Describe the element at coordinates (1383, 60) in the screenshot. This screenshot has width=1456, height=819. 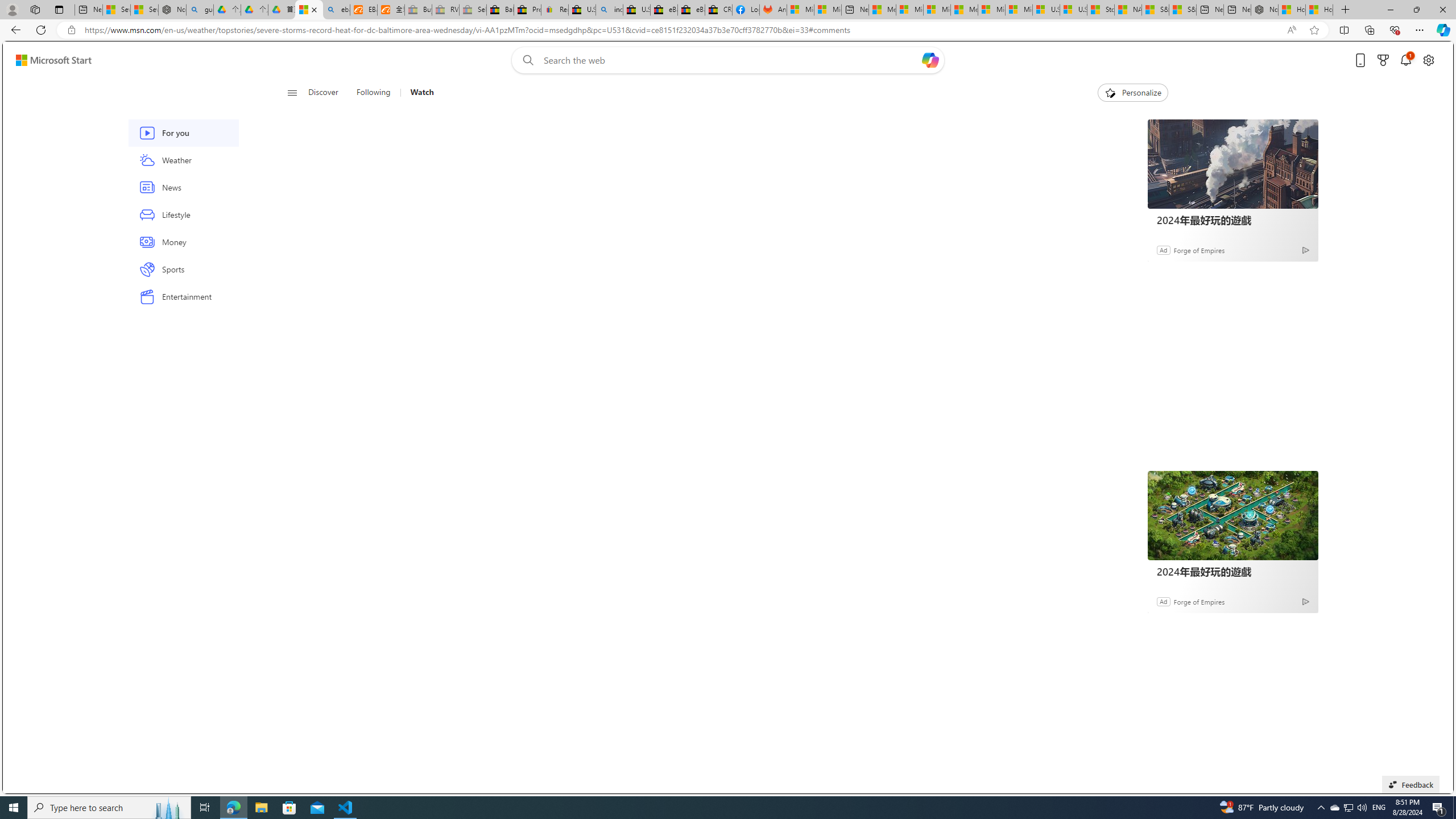
I see `'Microsoft rewards'` at that location.